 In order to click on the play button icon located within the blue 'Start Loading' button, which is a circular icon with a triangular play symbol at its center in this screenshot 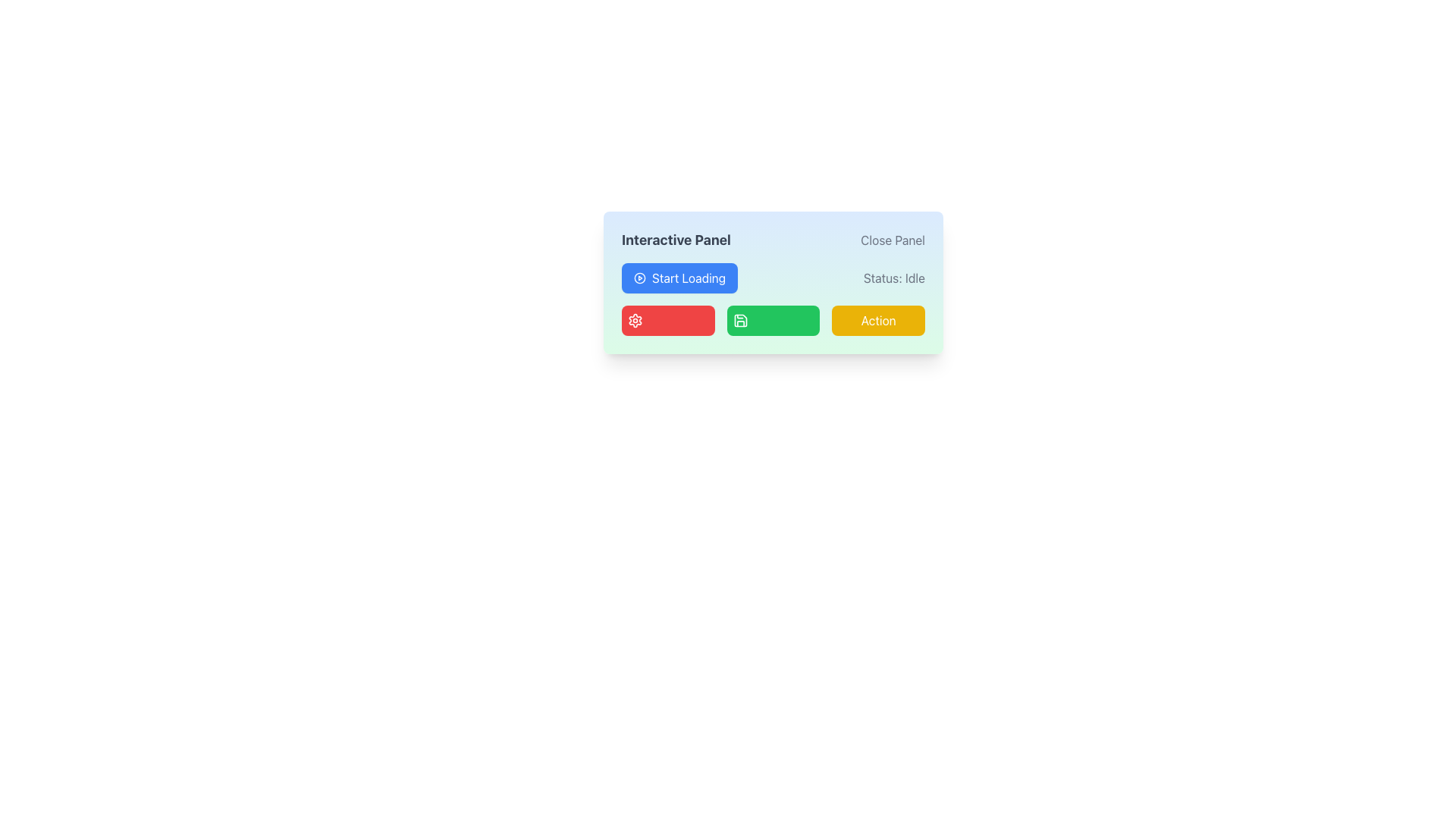, I will do `click(640, 278)`.